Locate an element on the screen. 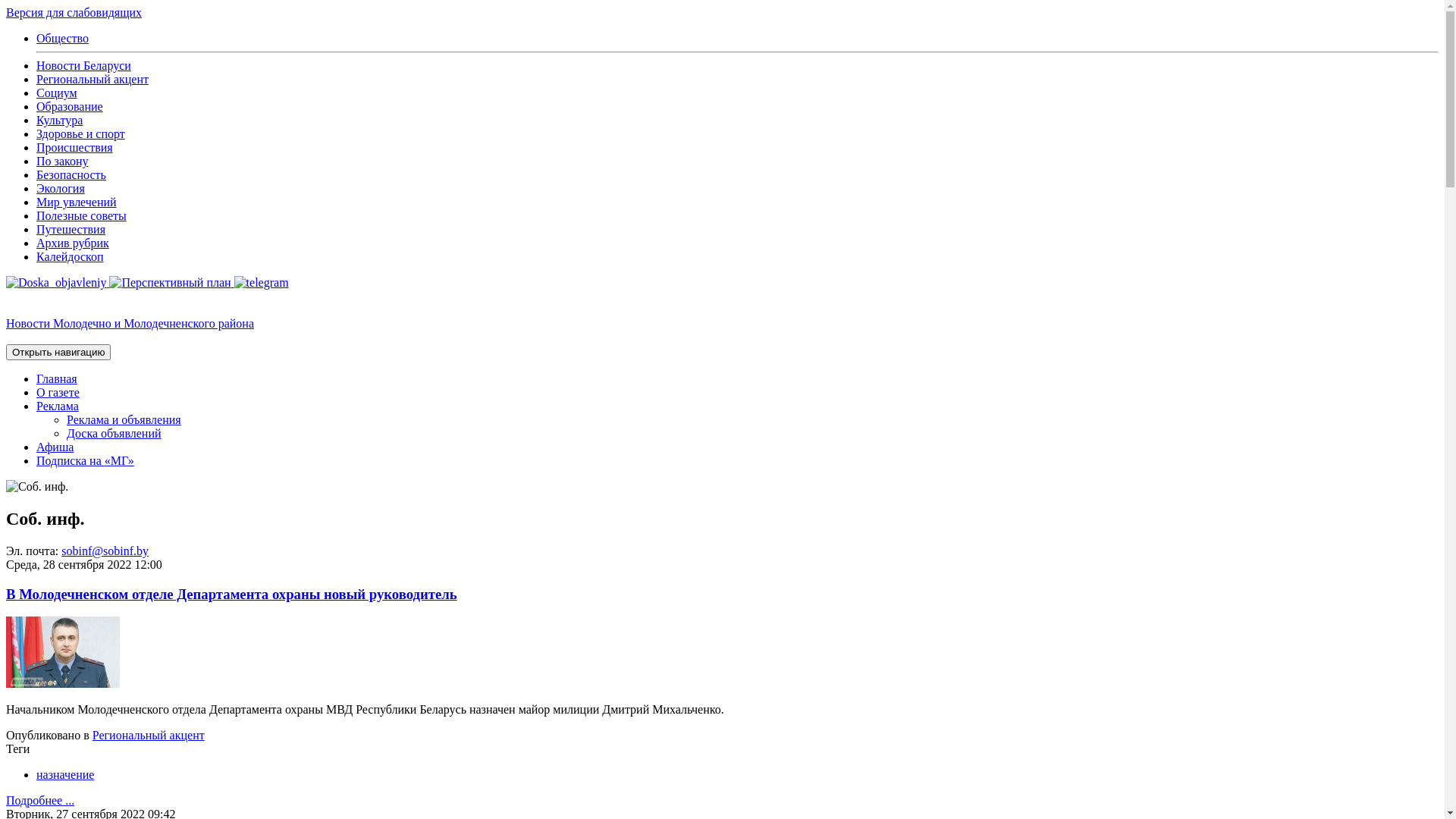  'telegram' is located at coordinates (262, 282).